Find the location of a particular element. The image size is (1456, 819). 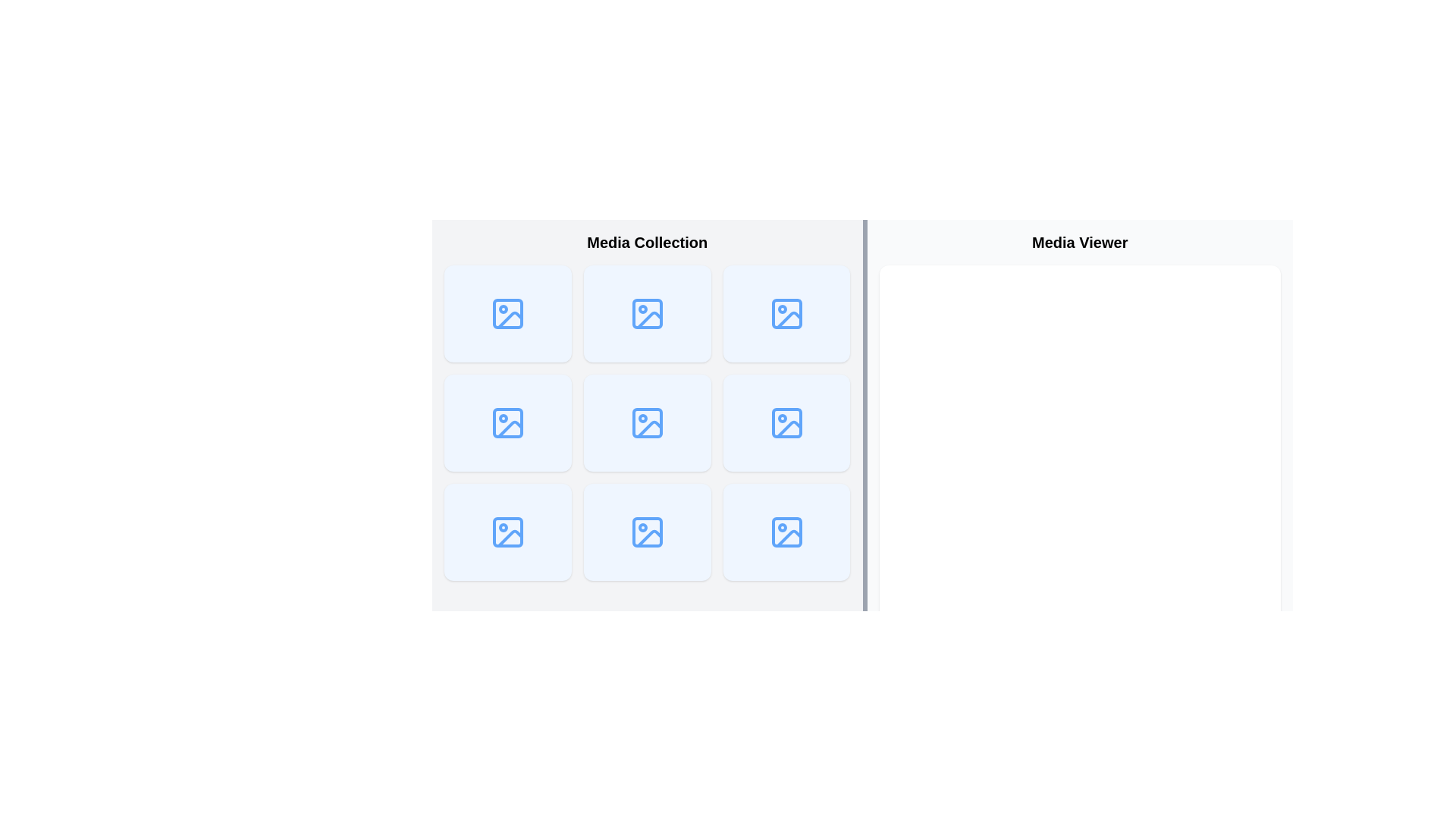

the stylized icon with rounded corners and a circular detail in the top-left corner located in the bottom-middle position of a 3x3 grid is located at coordinates (647, 532).